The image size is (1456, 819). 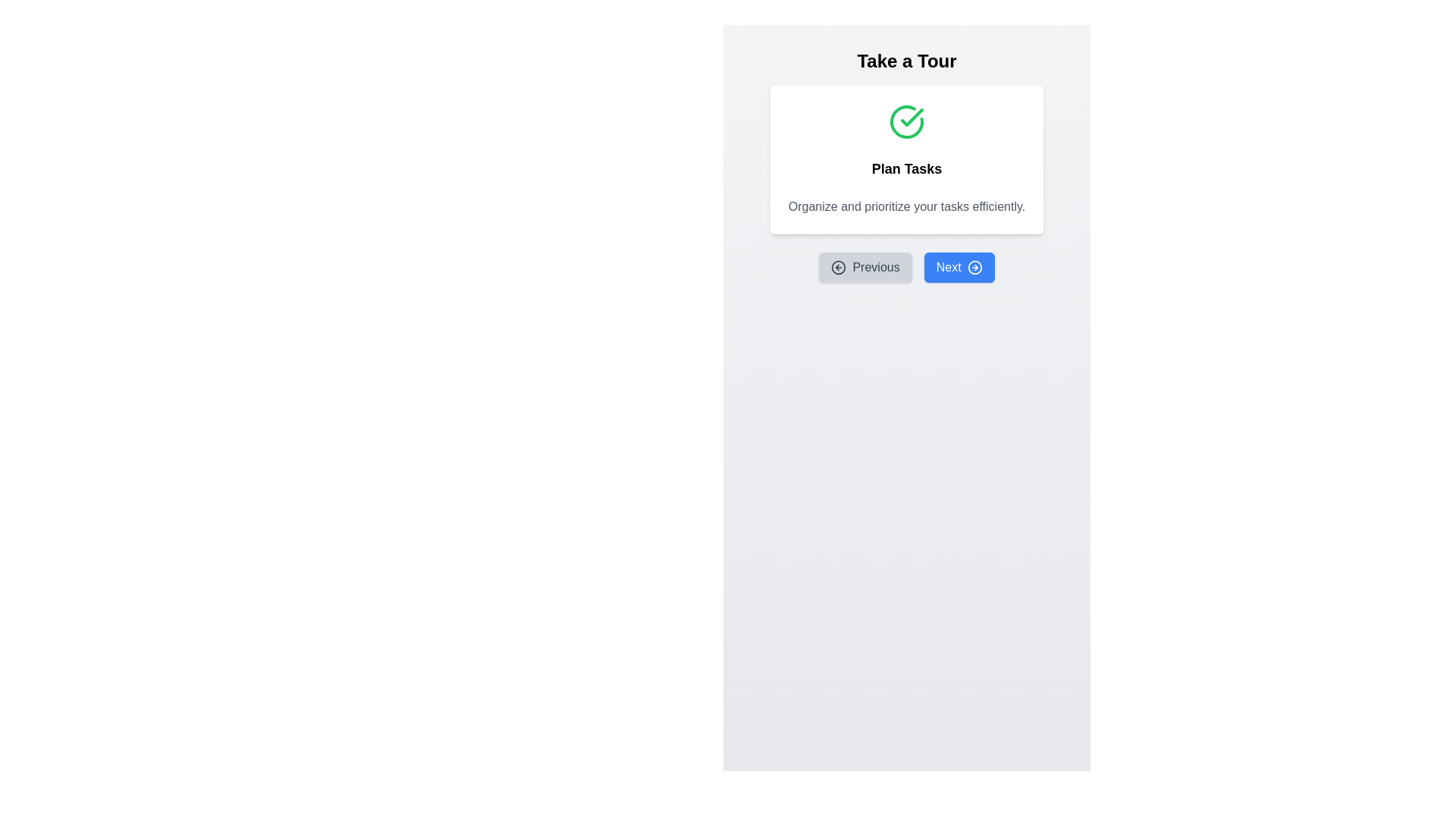 What do you see at coordinates (974, 267) in the screenshot?
I see `the 'Next' button by clicking on the SVG icon that visually represents proceeding to the next step` at bounding box center [974, 267].